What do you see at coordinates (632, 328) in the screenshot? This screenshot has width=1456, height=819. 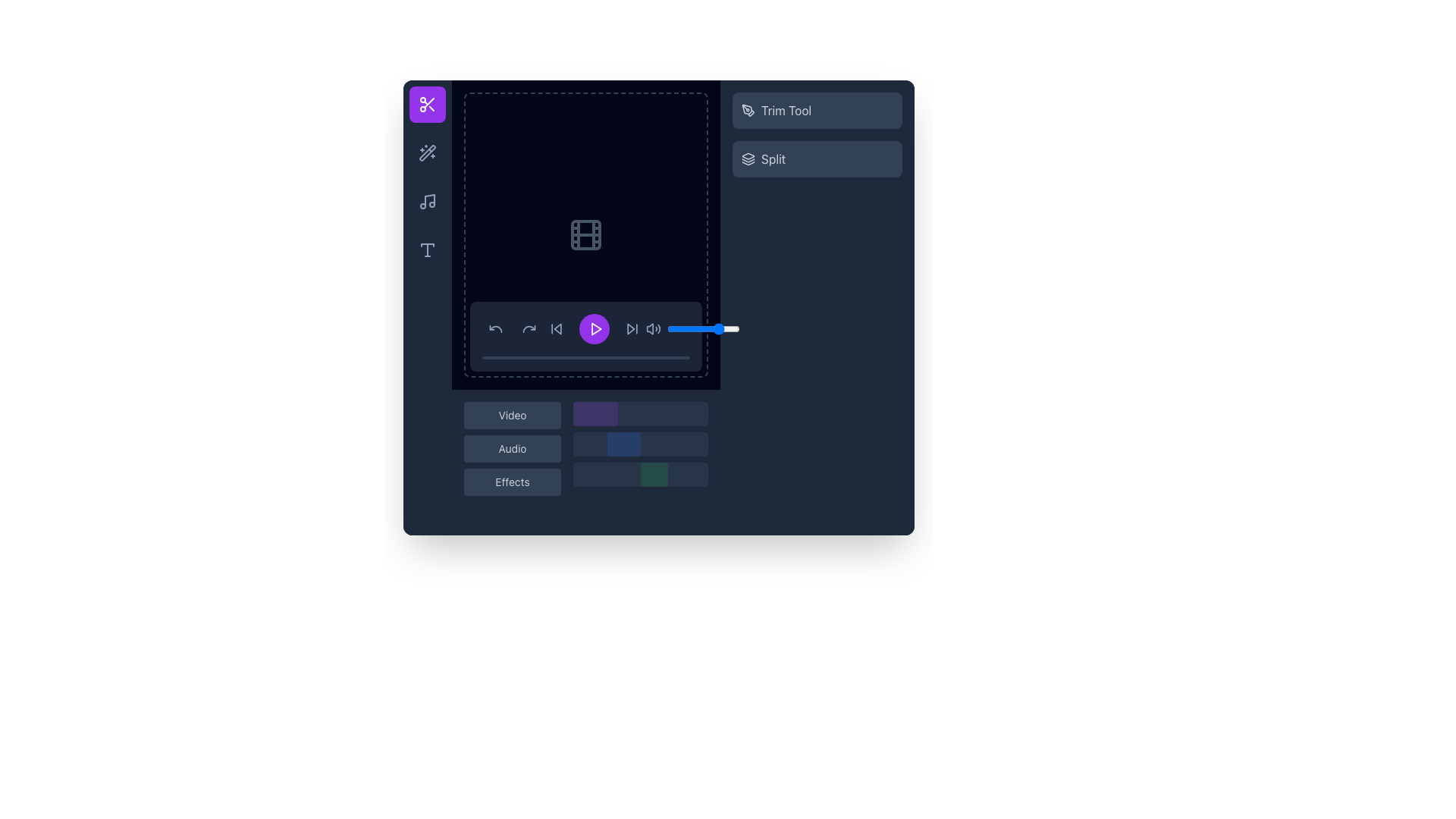 I see `the fast-forward button` at bounding box center [632, 328].